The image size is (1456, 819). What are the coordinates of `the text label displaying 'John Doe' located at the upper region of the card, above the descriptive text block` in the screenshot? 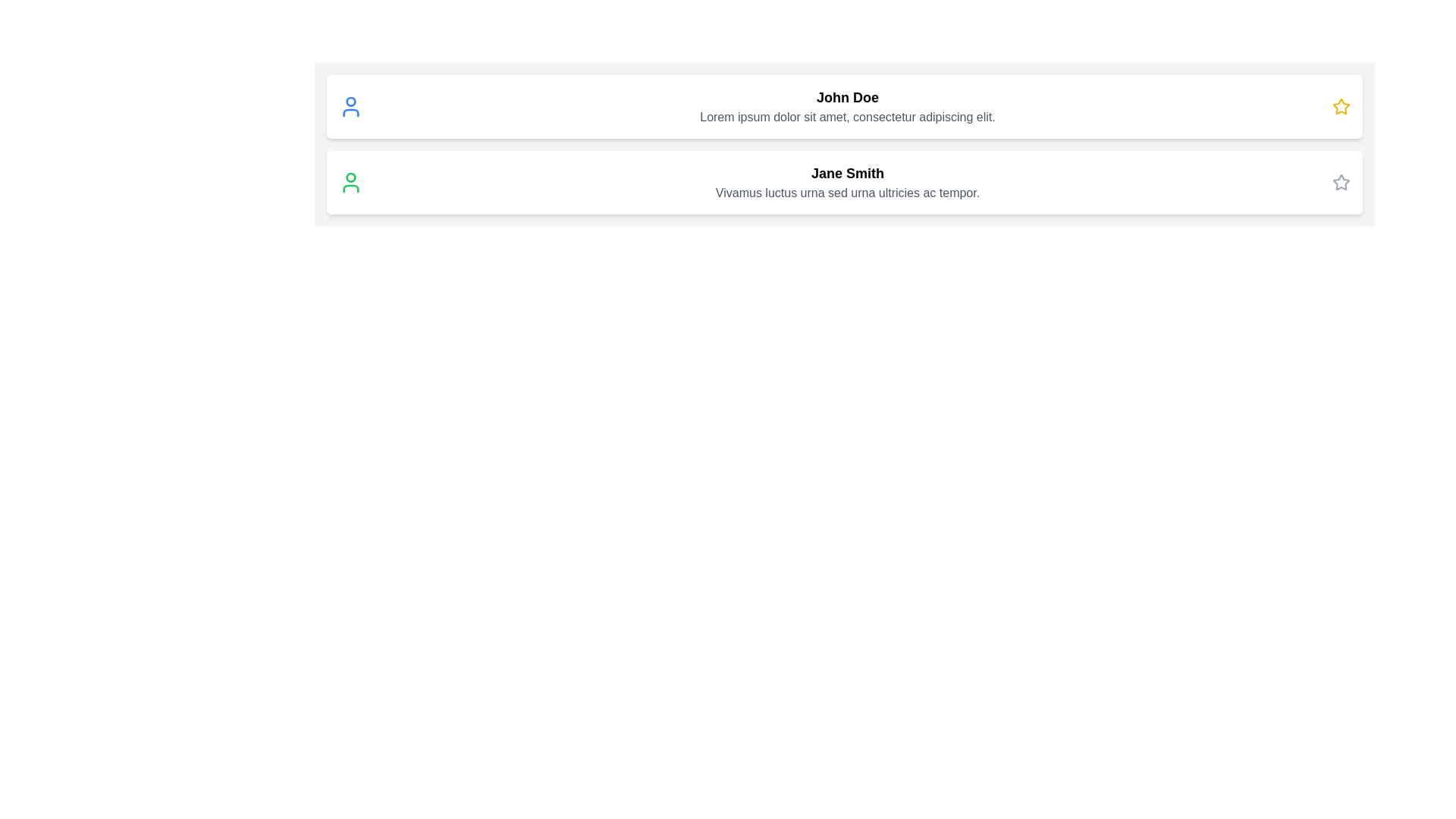 It's located at (847, 97).